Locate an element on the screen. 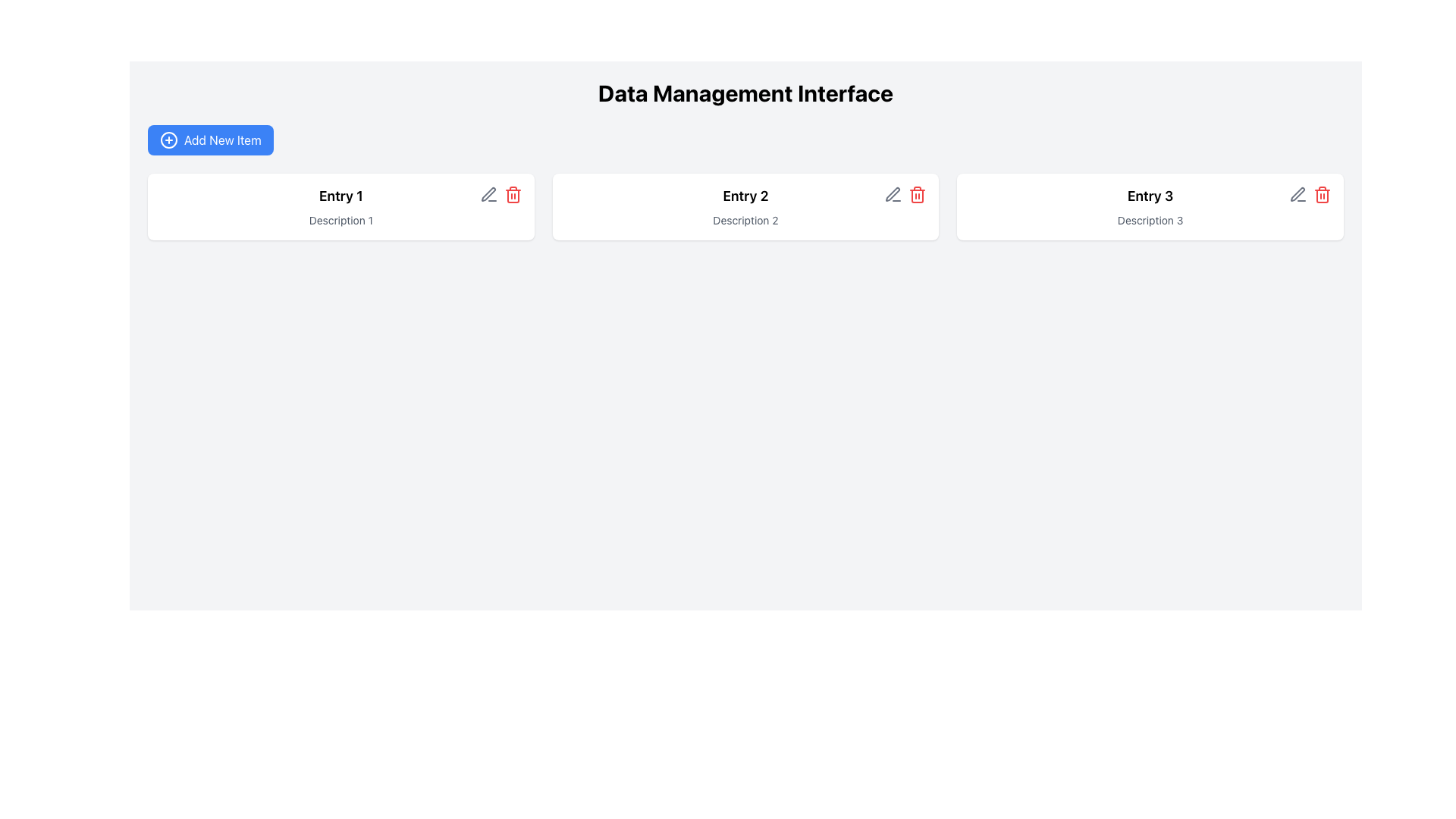  the stylized pen icon button is located at coordinates (1297, 193).